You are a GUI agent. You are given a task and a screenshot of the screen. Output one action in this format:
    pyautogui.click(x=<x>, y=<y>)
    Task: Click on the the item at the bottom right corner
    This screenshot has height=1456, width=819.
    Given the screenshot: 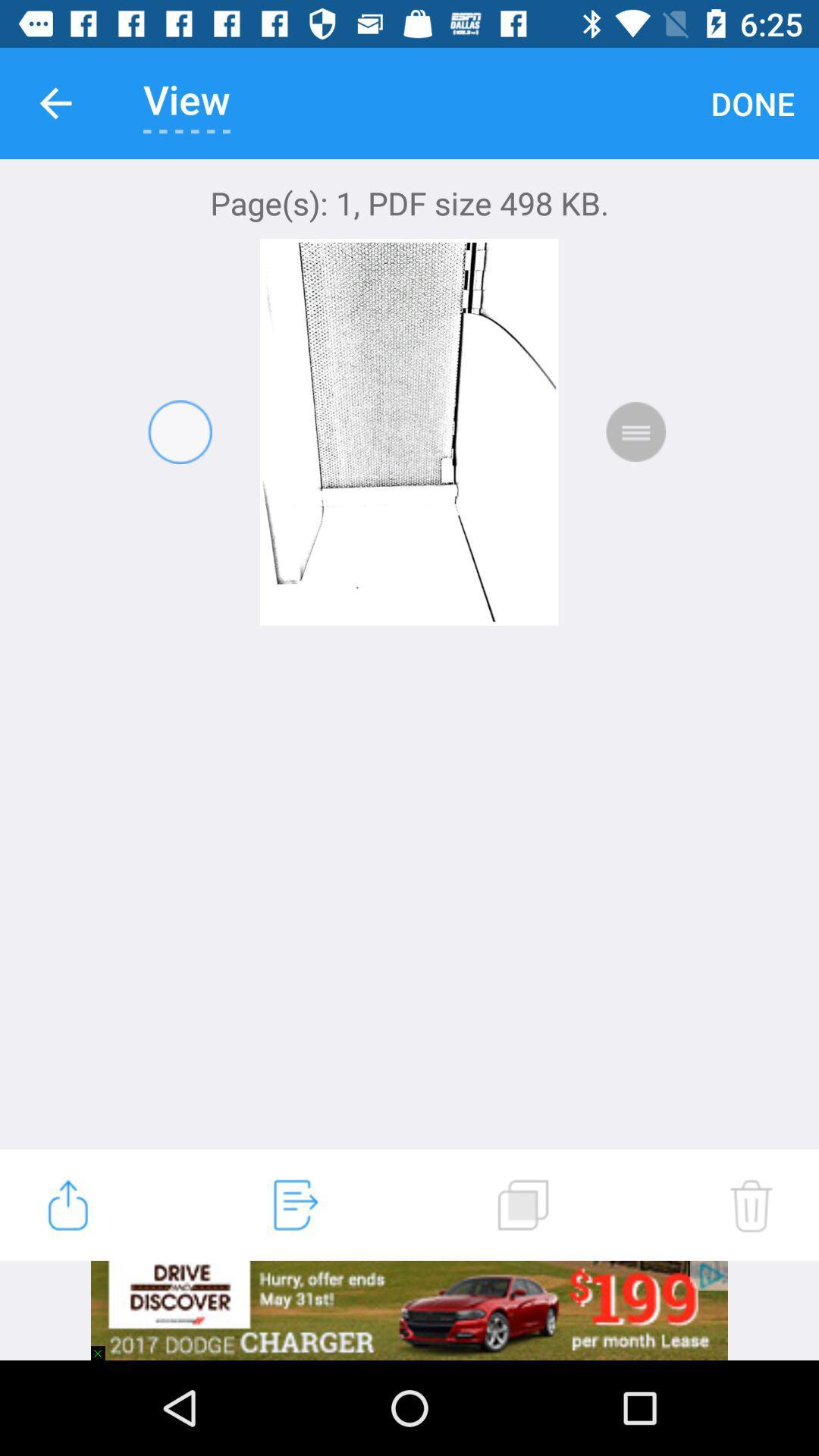 What is the action you would take?
    pyautogui.click(x=751, y=1204)
    